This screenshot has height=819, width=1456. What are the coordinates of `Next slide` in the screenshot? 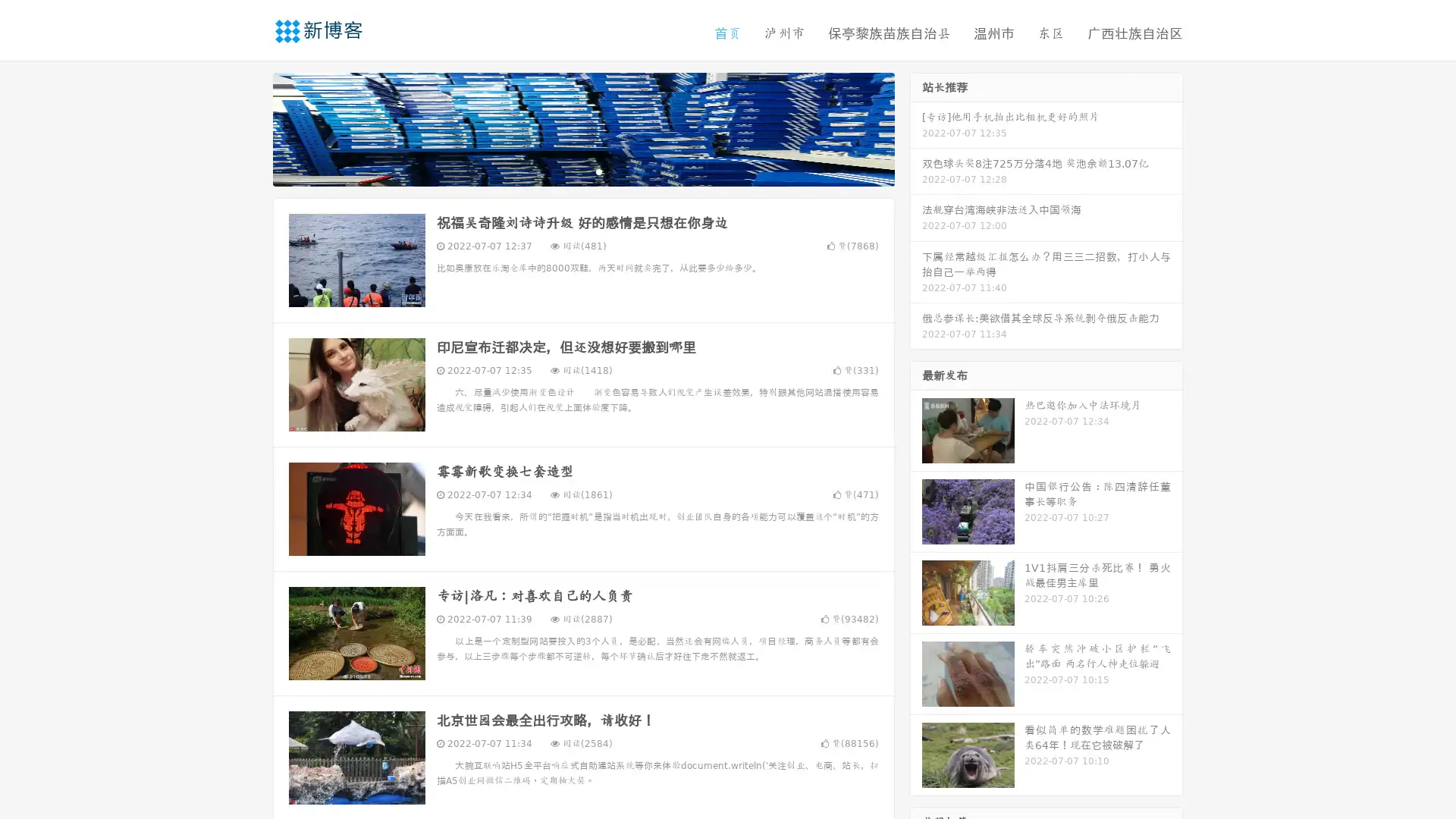 It's located at (916, 127).